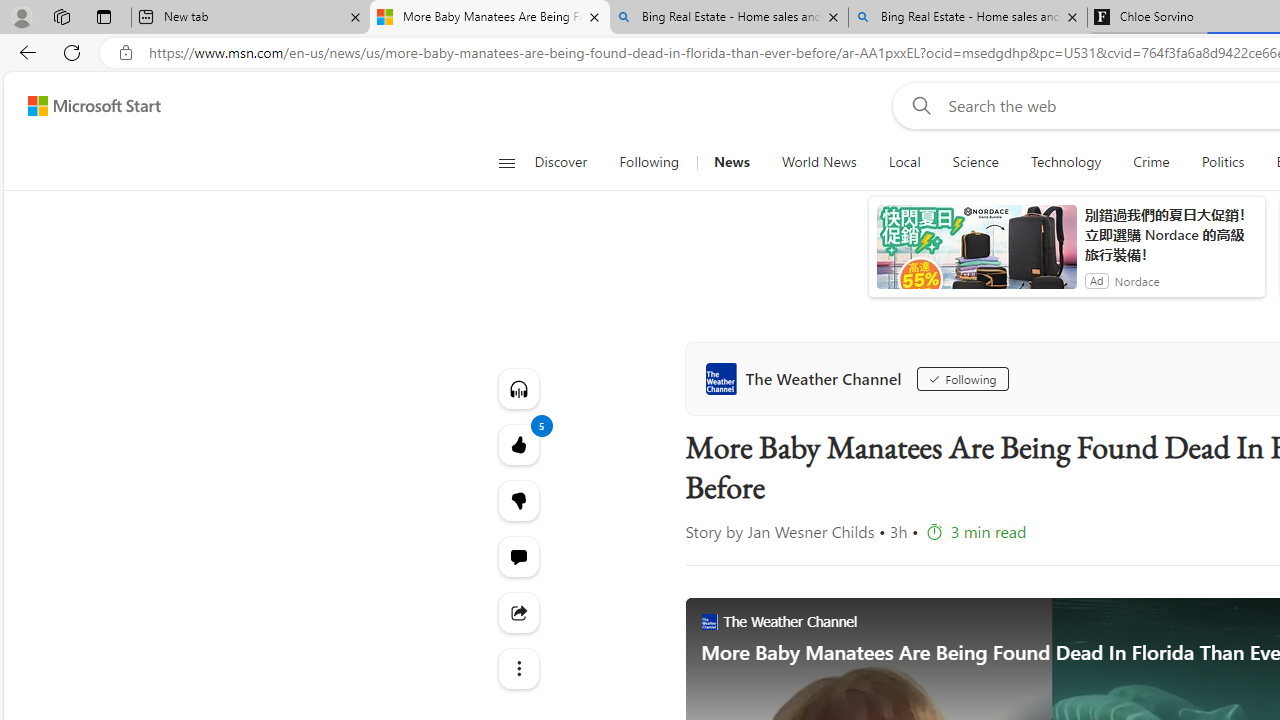 The width and height of the screenshot is (1280, 720). What do you see at coordinates (518, 556) in the screenshot?
I see `'Start the conversation'` at bounding box center [518, 556].